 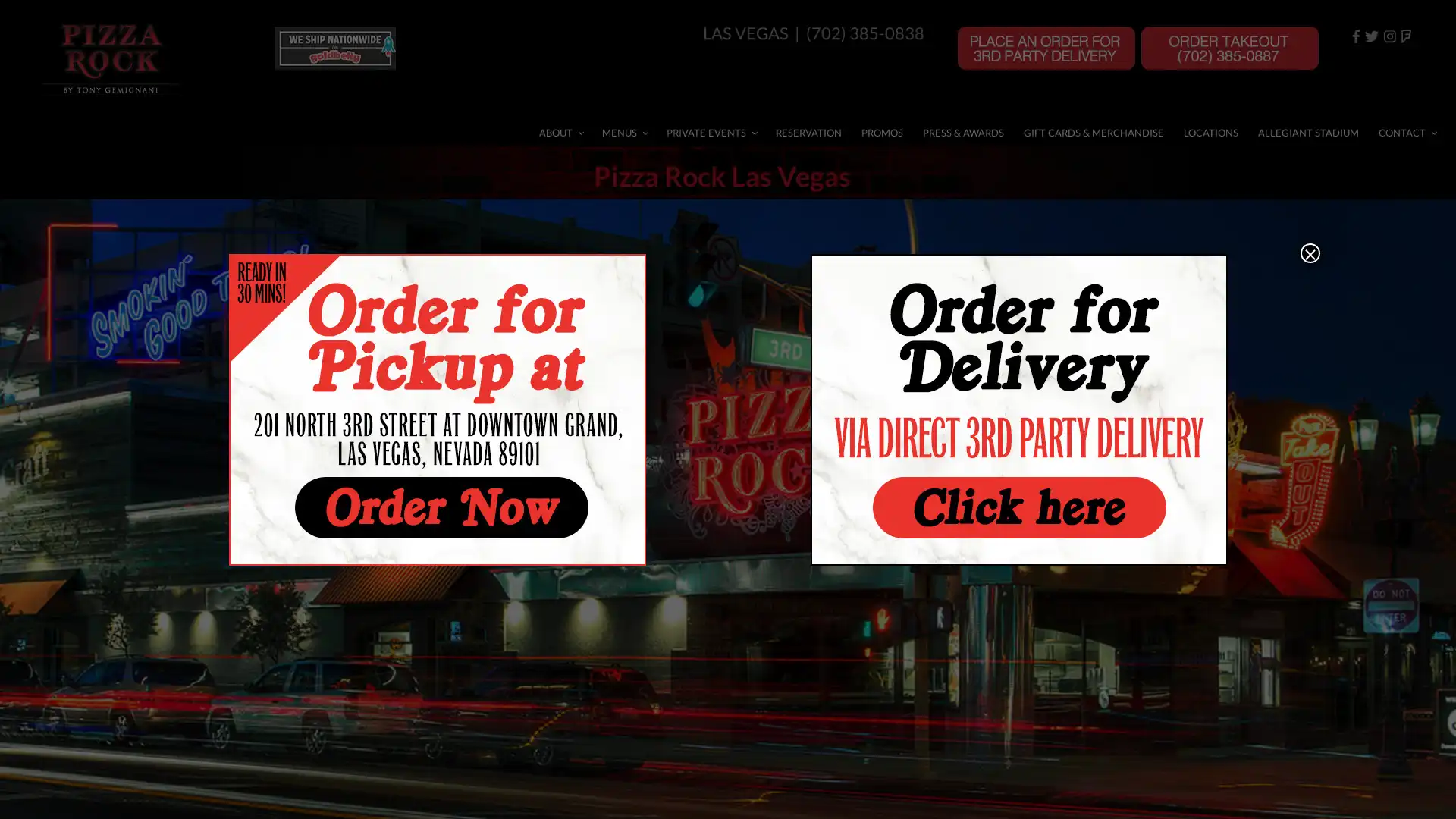 I want to click on Close, so click(x=1310, y=251).